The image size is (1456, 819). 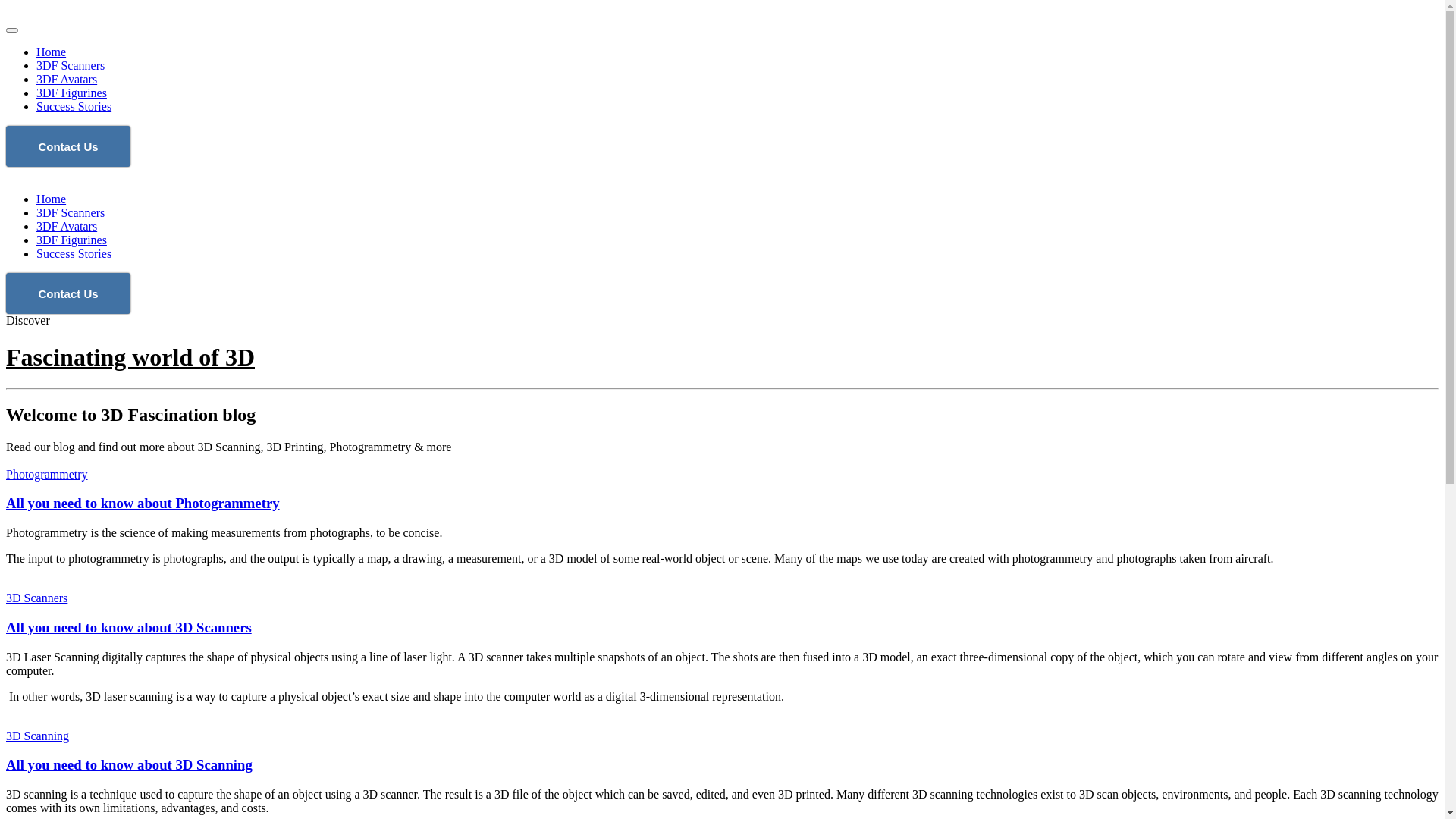 I want to click on 'Contact Us', so click(x=67, y=293).